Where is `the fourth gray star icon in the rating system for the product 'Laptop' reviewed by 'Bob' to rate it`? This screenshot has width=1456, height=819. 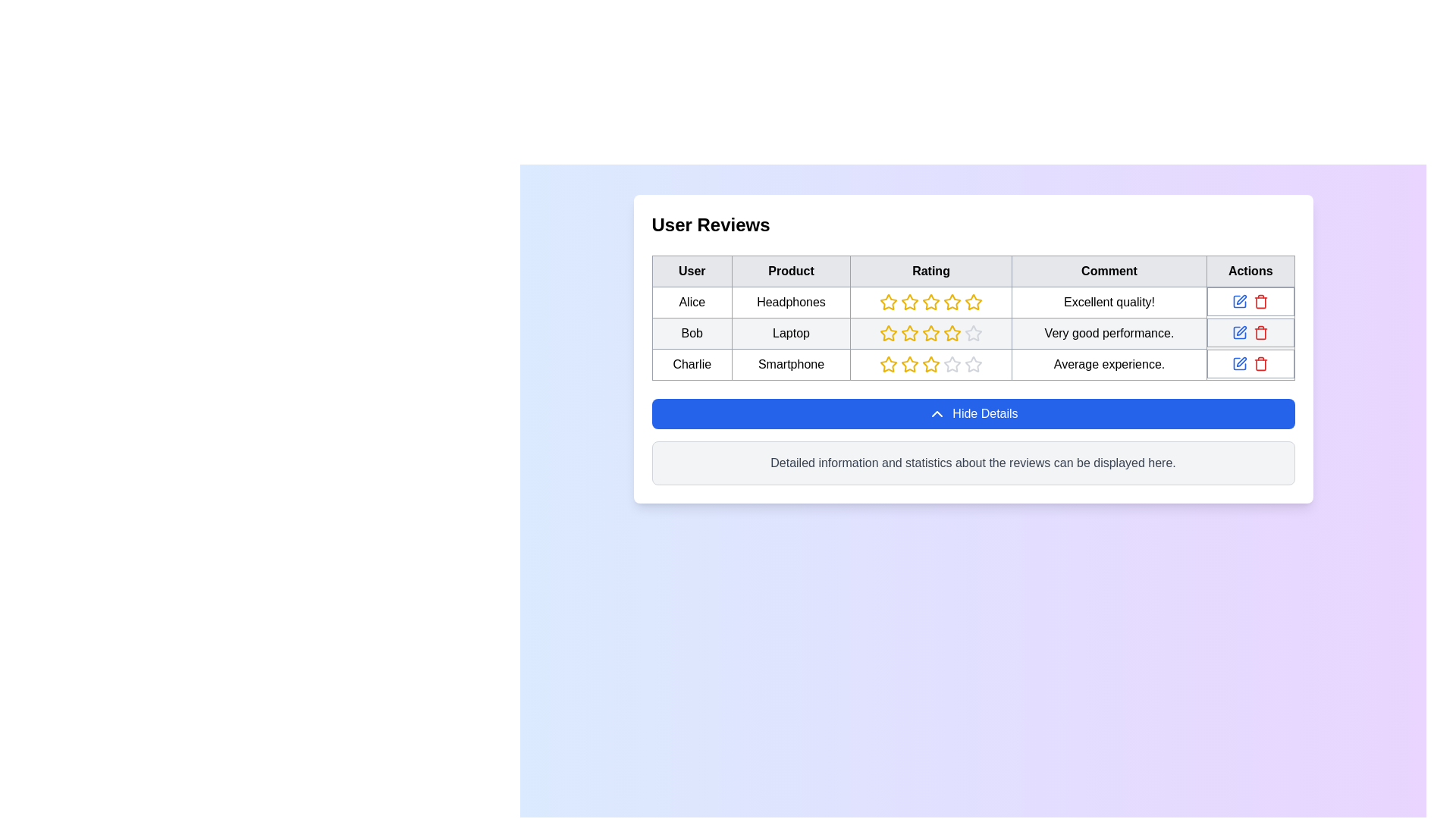 the fourth gray star icon in the rating system for the product 'Laptop' reviewed by 'Bob' to rate it is located at coordinates (974, 332).